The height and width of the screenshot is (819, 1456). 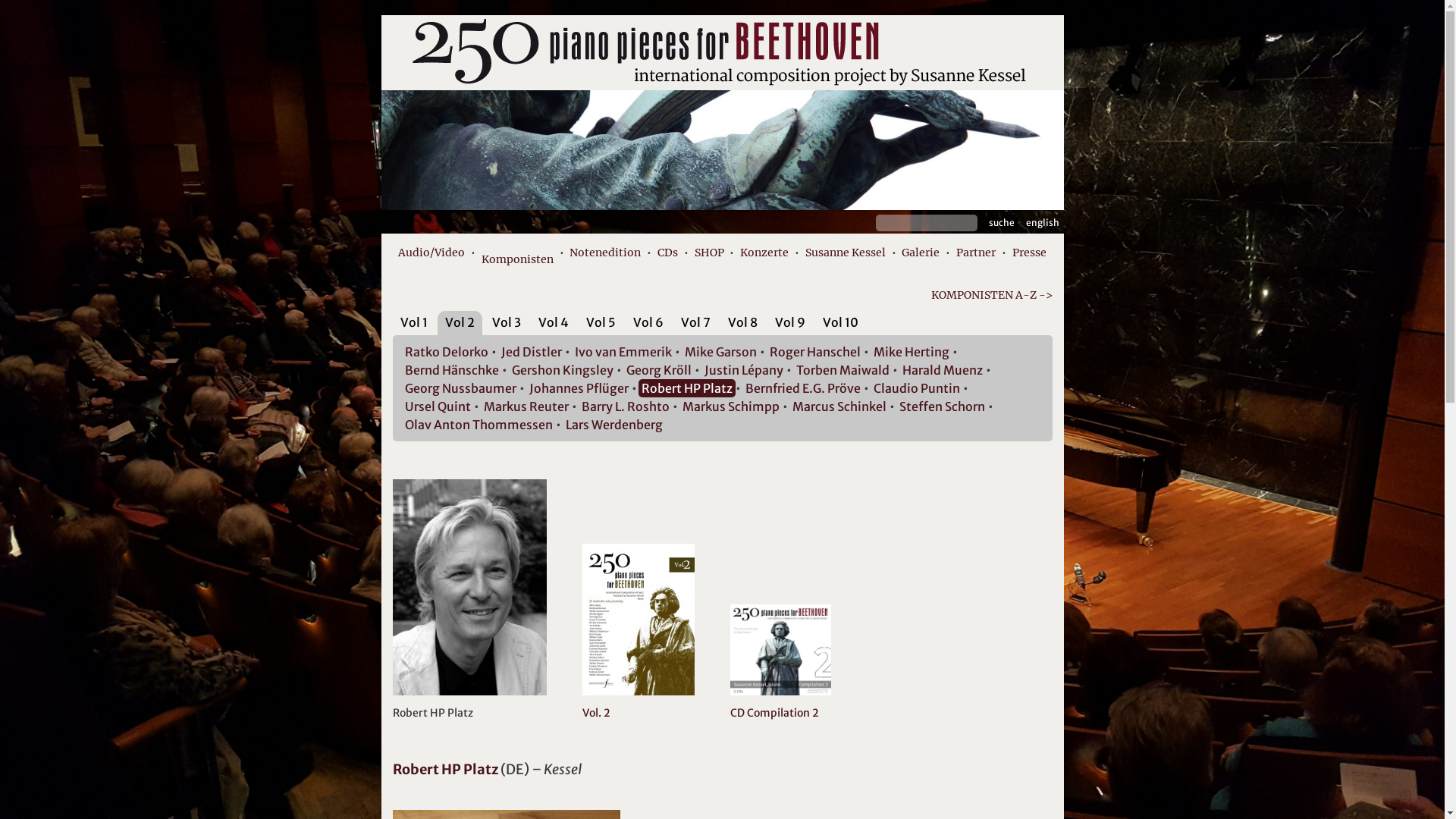 I want to click on 'Jed Distler', so click(x=531, y=351).